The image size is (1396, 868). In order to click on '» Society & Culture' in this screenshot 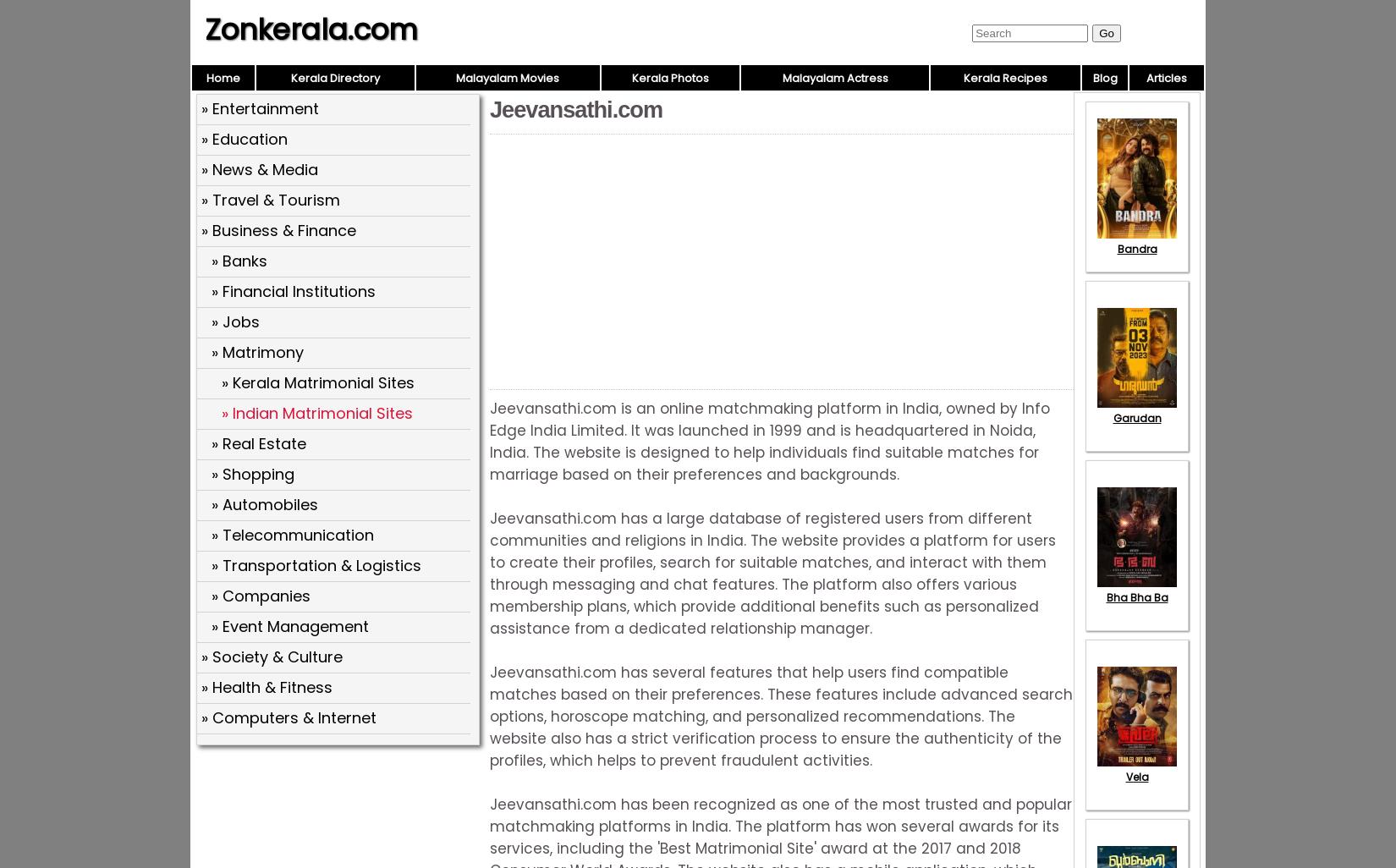, I will do `click(272, 656)`.